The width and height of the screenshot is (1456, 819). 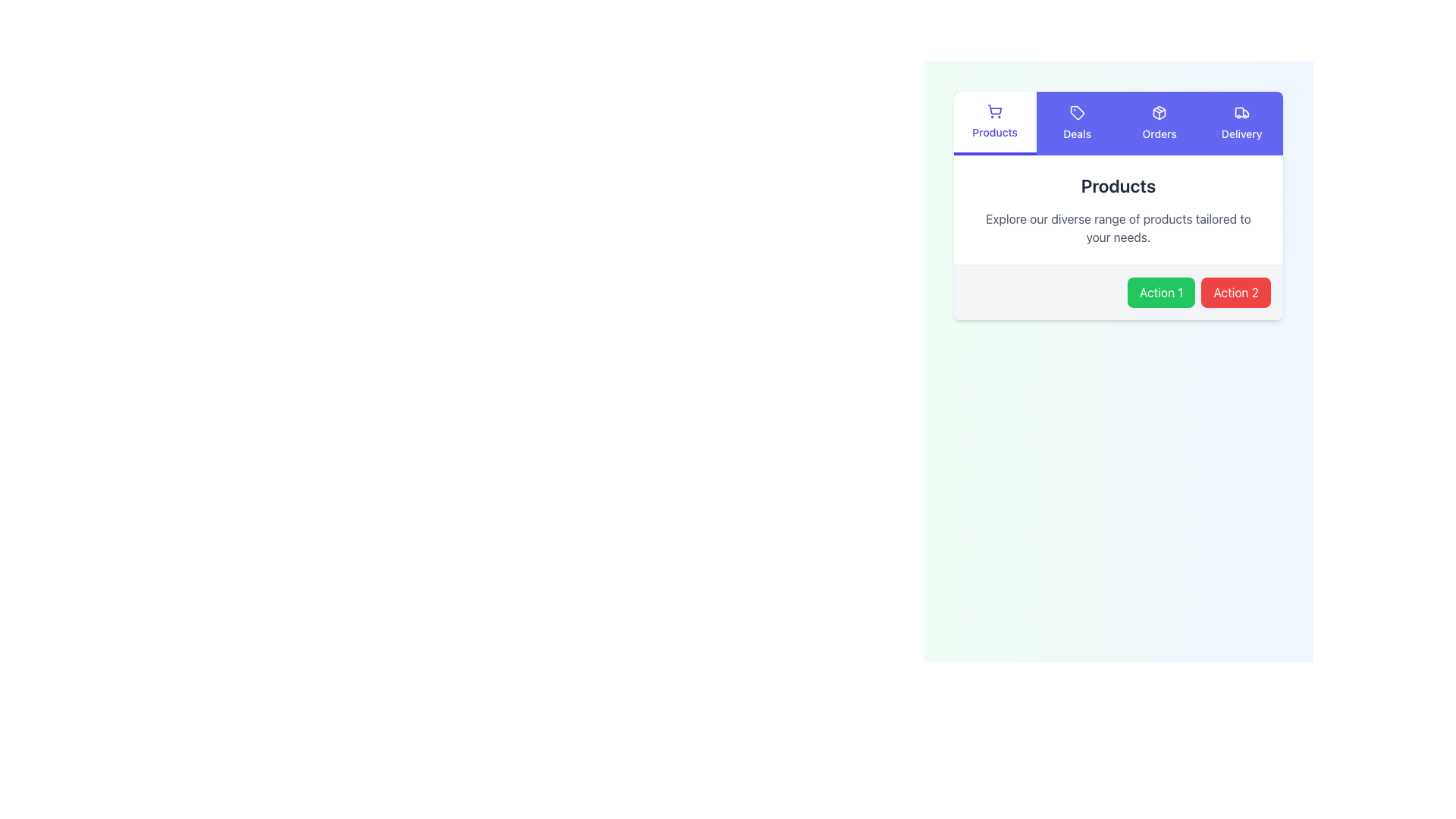 What do you see at coordinates (1236, 292) in the screenshot?
I see `the button with a red background and white text labeled 'Action 2', located at the bottom-right of the 'Products' card` at bounding box center [1236, 292].